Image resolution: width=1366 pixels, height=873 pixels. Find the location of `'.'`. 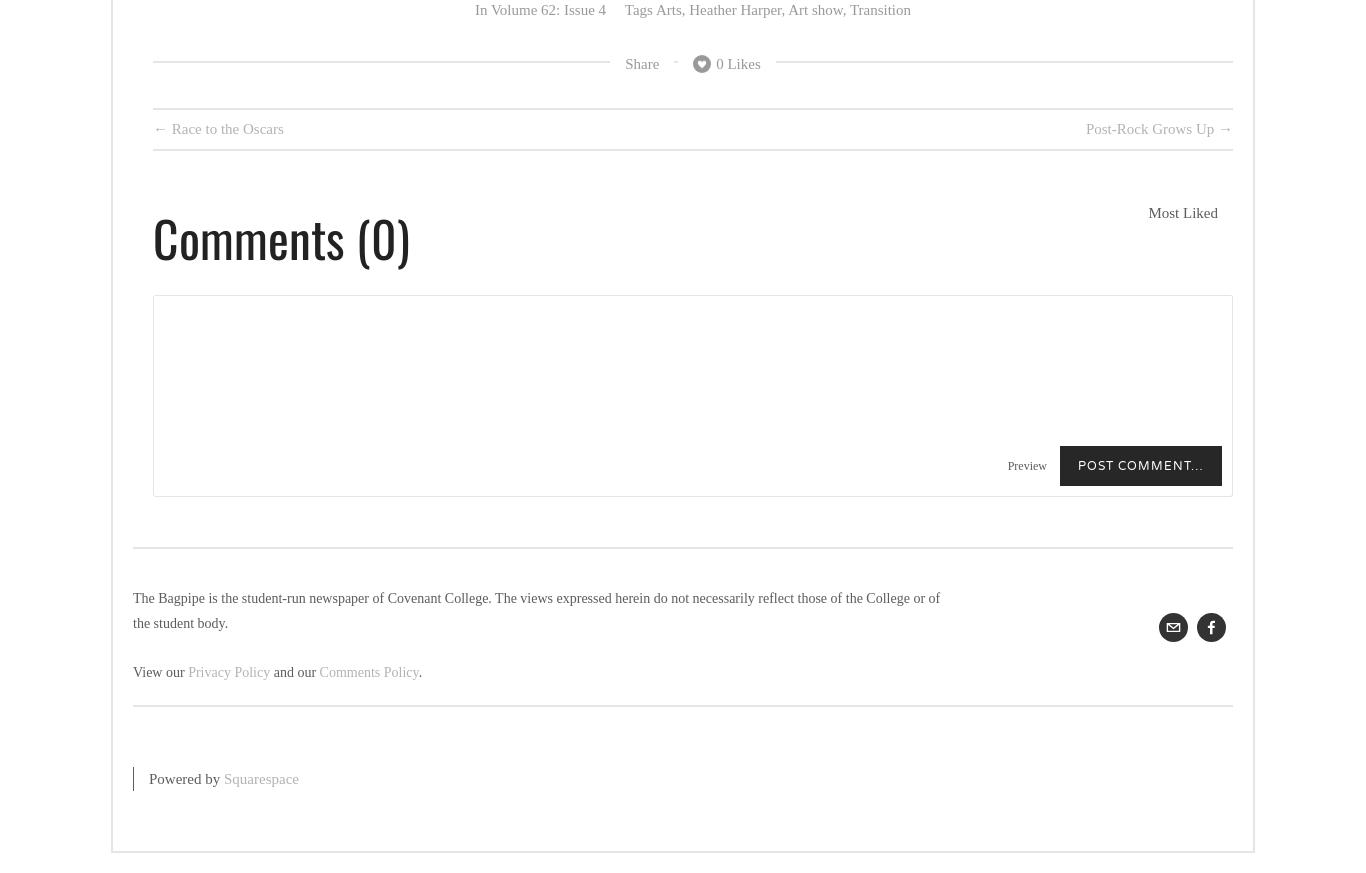

'.' is located at coordinates (416, 672).